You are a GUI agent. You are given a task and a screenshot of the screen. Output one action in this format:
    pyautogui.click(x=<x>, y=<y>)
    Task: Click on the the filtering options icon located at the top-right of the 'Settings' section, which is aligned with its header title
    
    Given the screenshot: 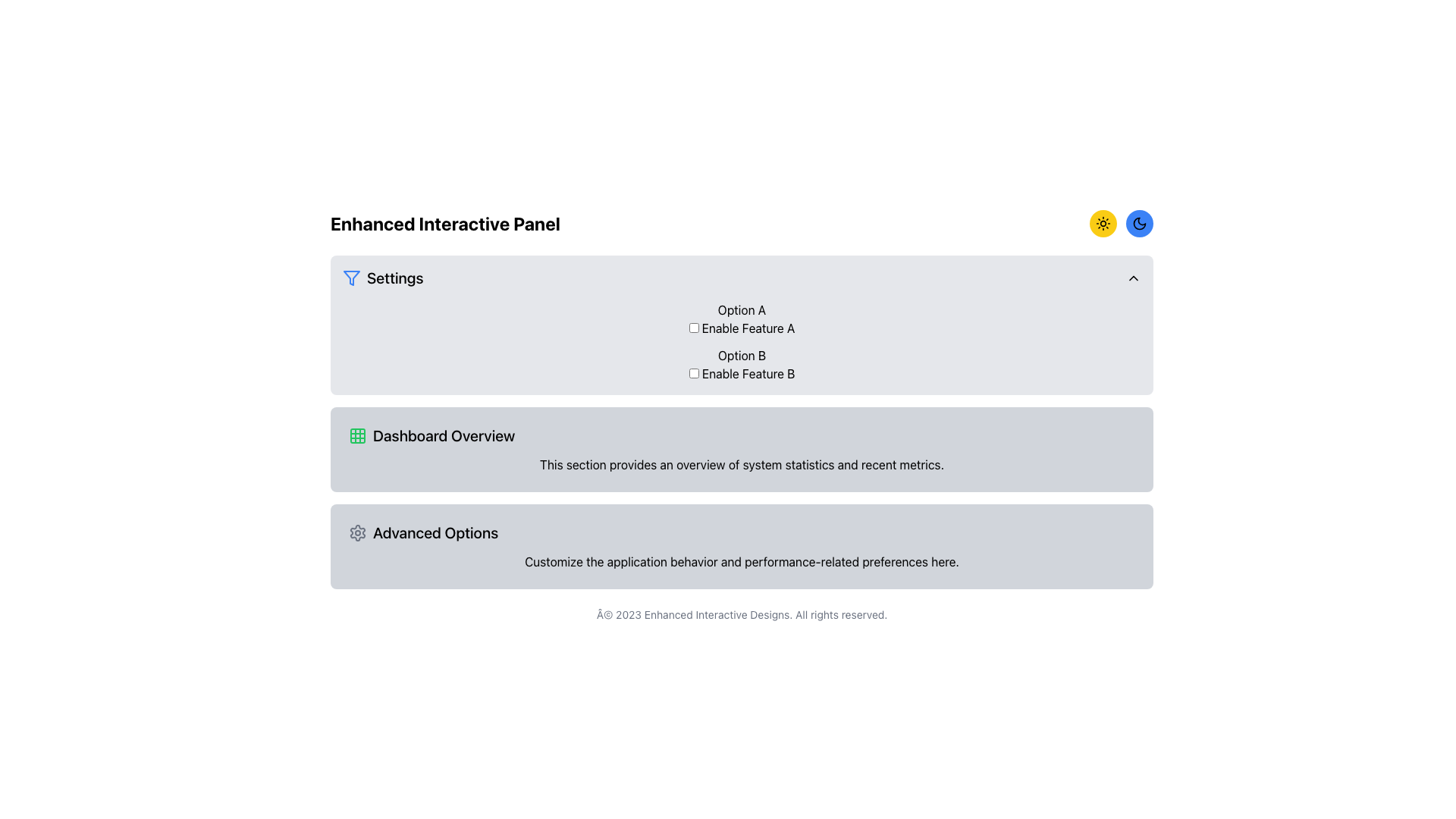 What is the action you would take?
    pyautogui.click(x=351, y=278)
    